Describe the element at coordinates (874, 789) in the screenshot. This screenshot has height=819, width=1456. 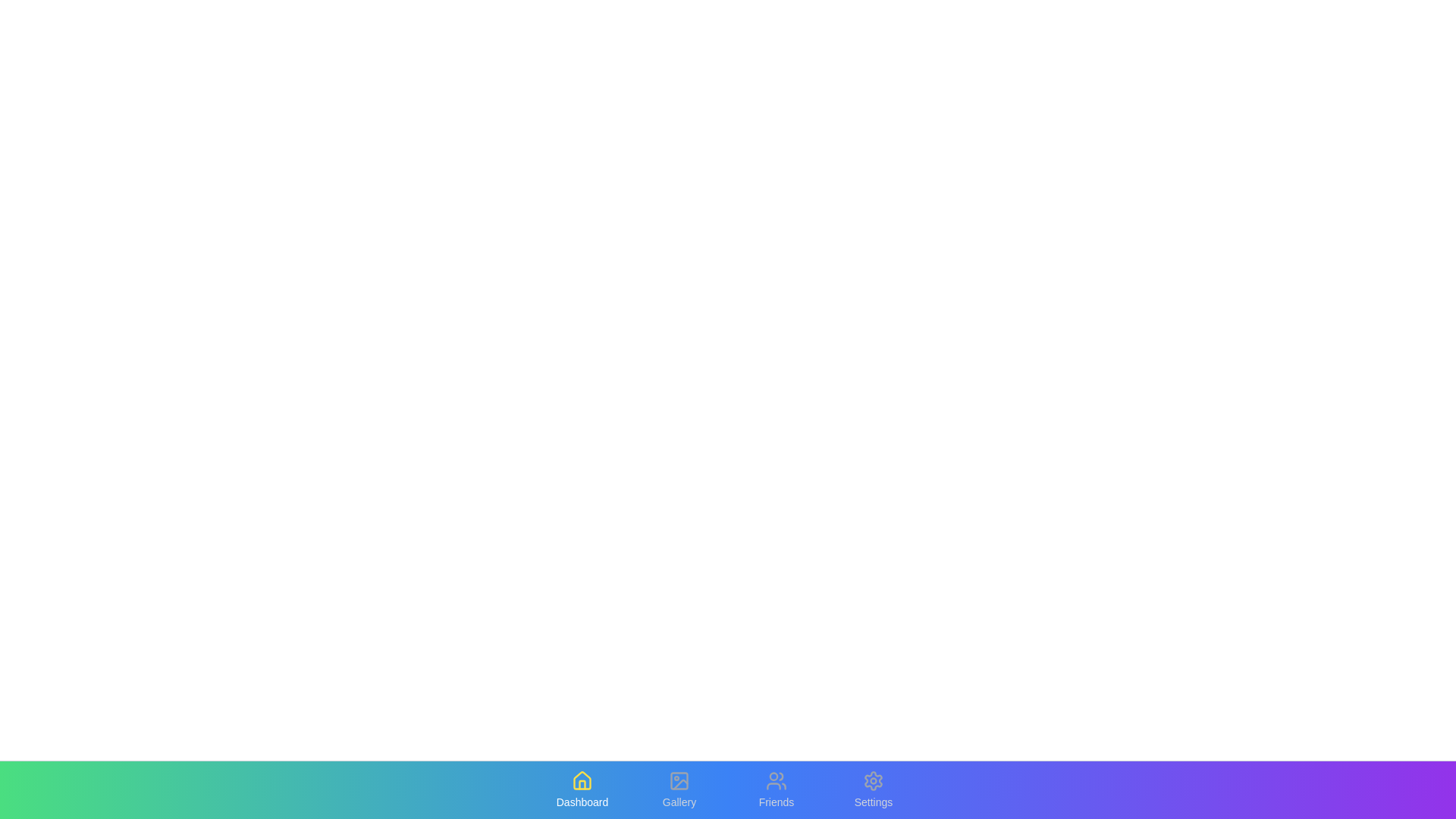
I see `the Settings tab to observe the hover effect` at that location.